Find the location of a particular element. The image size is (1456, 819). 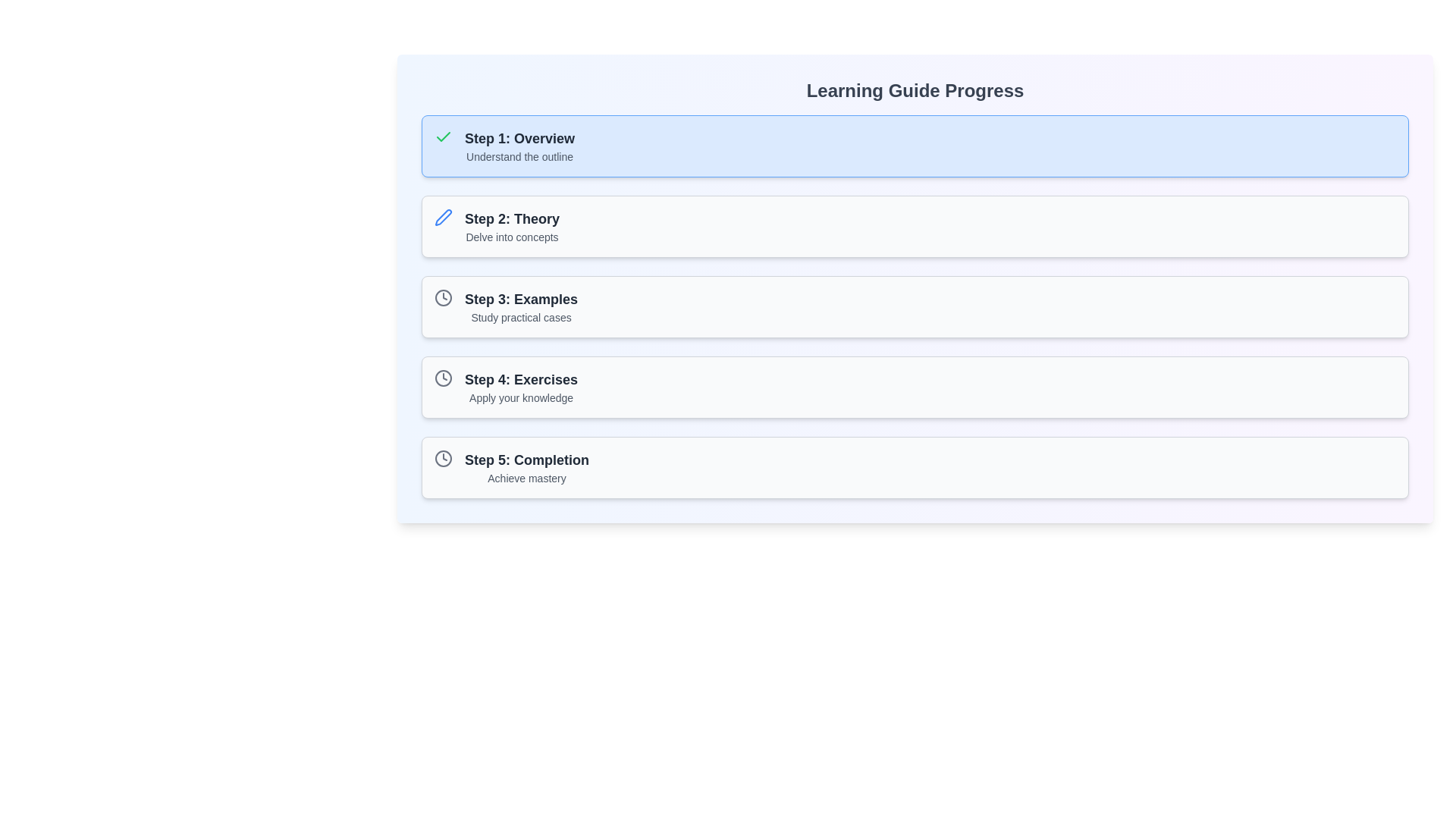

the introductory Text group element in the learning guide, which provides the step's title and brief description, located to the right of a green checkmark icon is located at coordinates (519, 146).